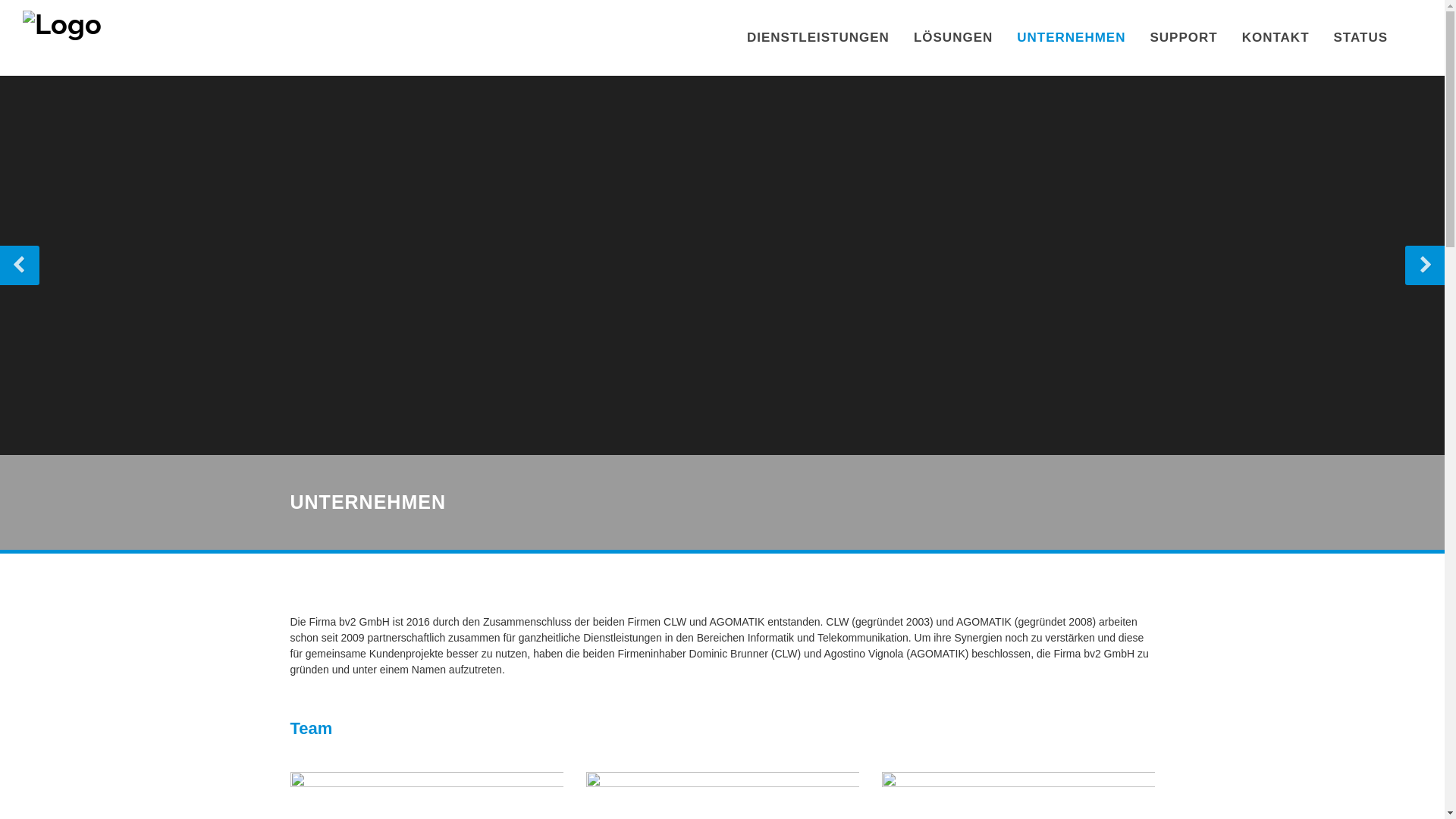 The image size is (1456, 819). I want to click on 'UNTERNEHMEN', so click(1070, 37).